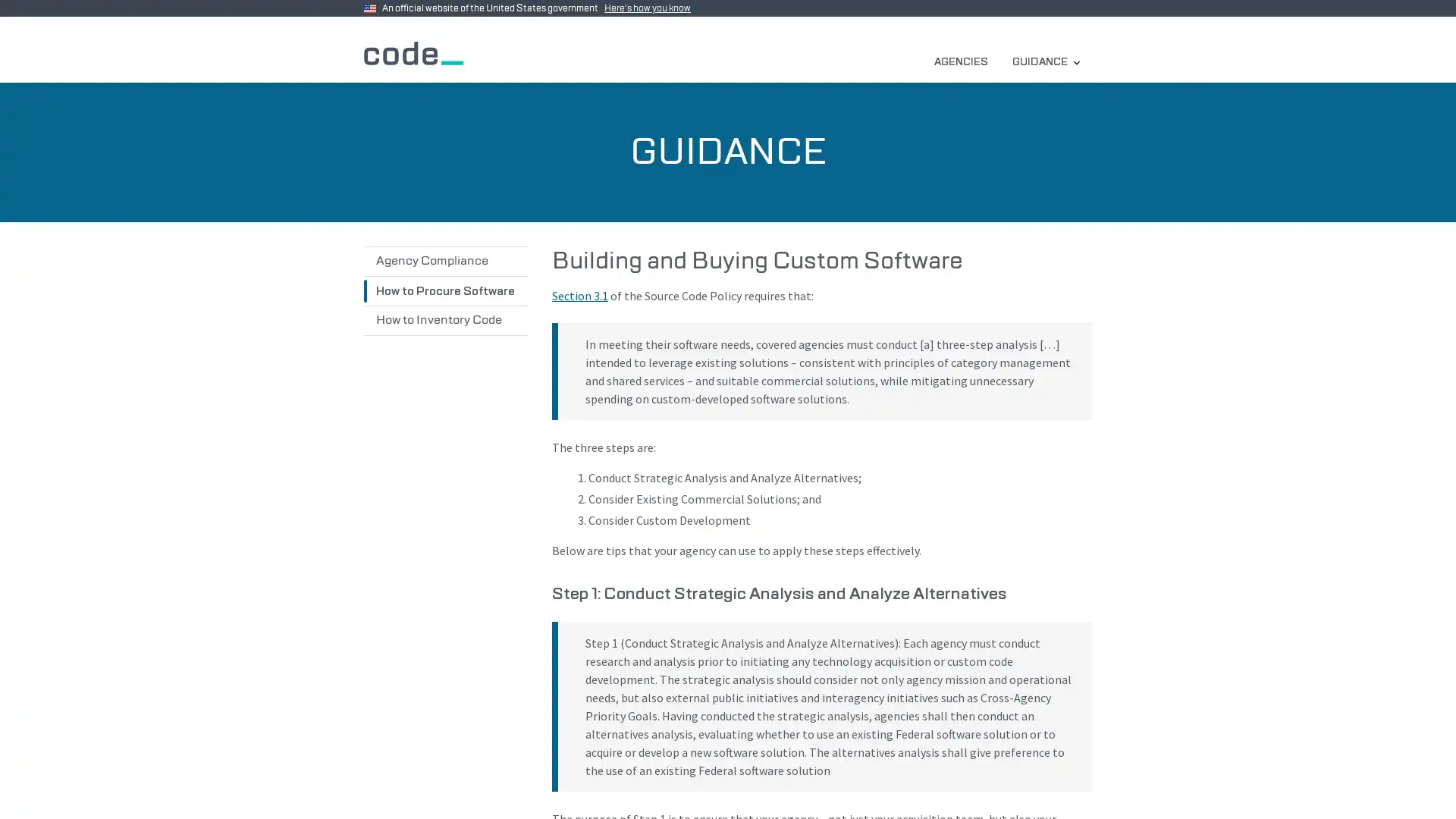 This screenshot has width=1456, height=819. What do you see at coordinates (1045, 61) in the screenshot?
I see `GUIDANCE` at bounding box center [1045, 61].